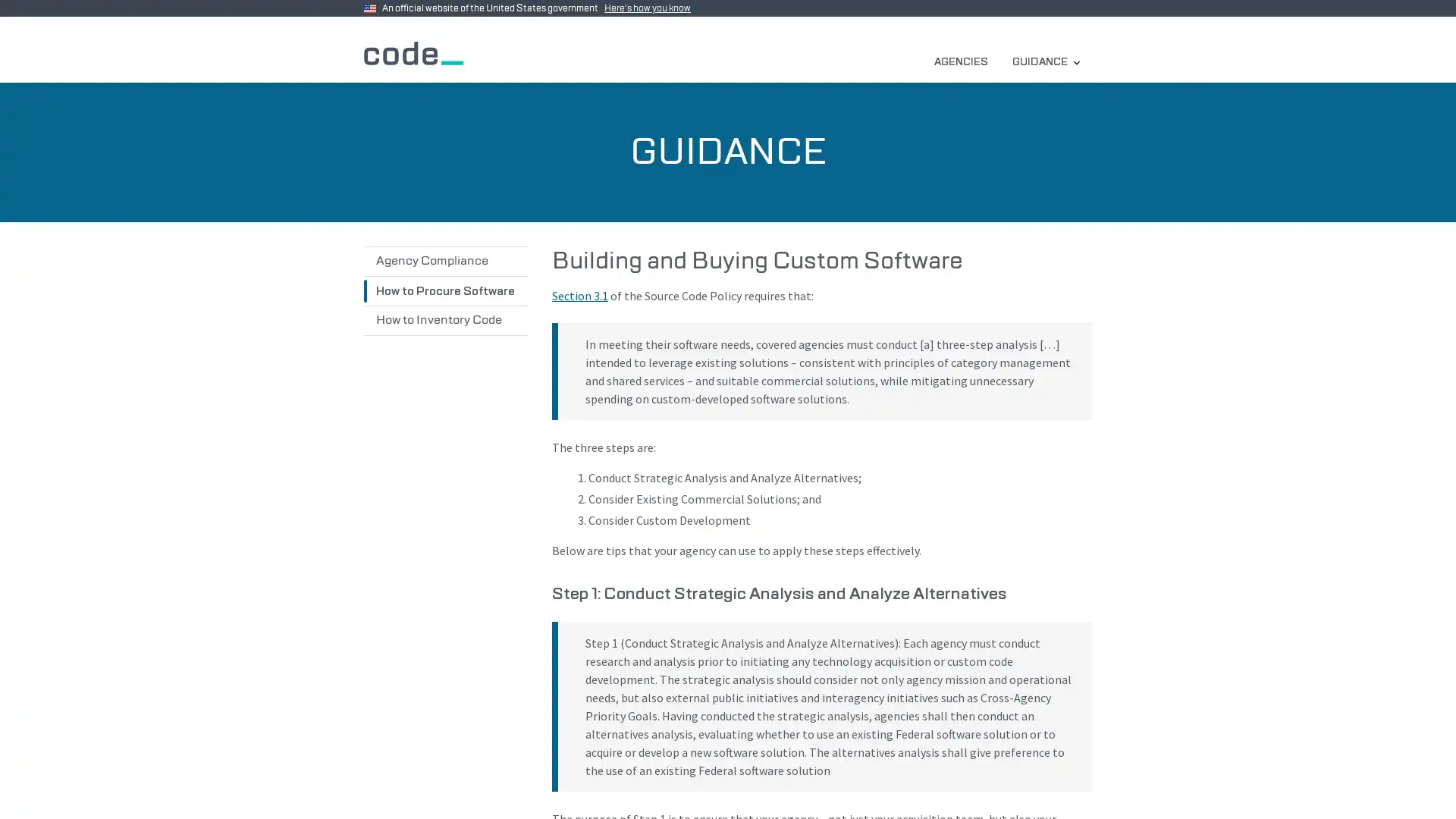 This screenshot has width=1456, height=819. What do you see at coordinates (1045, 61) in the screenshot?
I see `GUIDANCE` at bounding box center [1045, 61].